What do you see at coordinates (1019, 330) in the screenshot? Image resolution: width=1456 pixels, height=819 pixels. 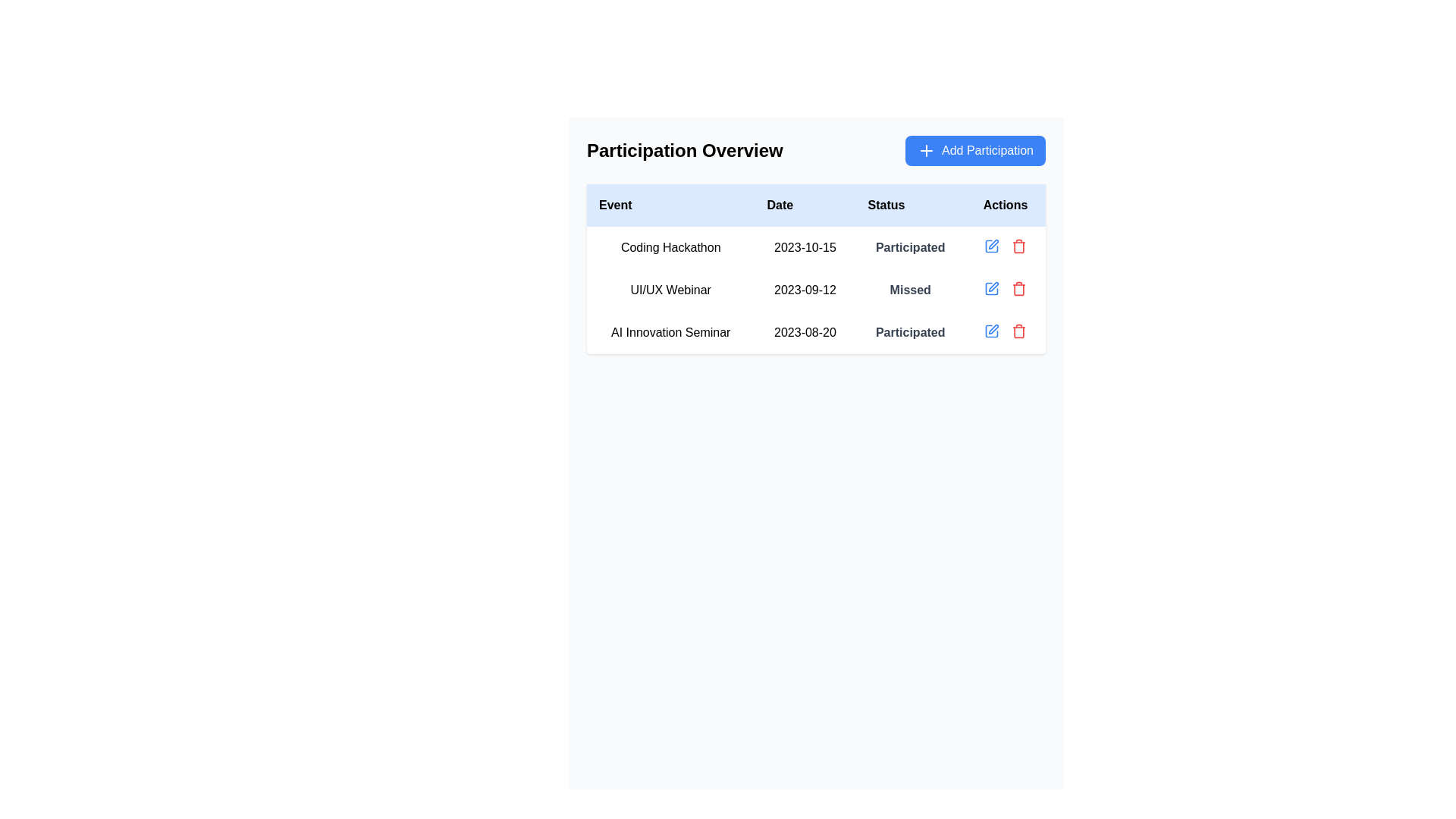 I see `the 'Delete' button located at the rightmost position in the 'Actions' column of the last row in the table to change its color` at bounding box center [1019, 330].